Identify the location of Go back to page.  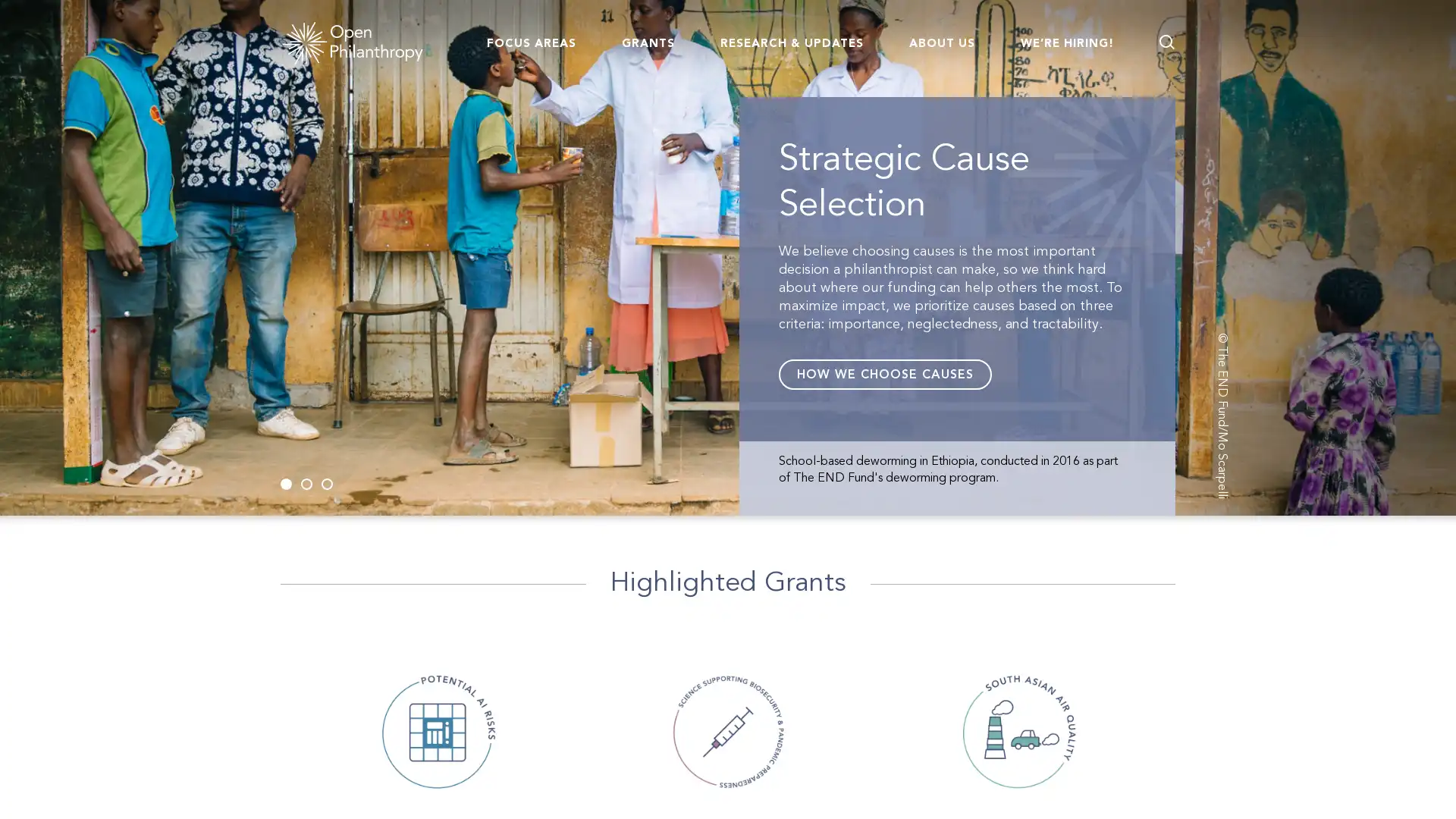
(1430, 33).